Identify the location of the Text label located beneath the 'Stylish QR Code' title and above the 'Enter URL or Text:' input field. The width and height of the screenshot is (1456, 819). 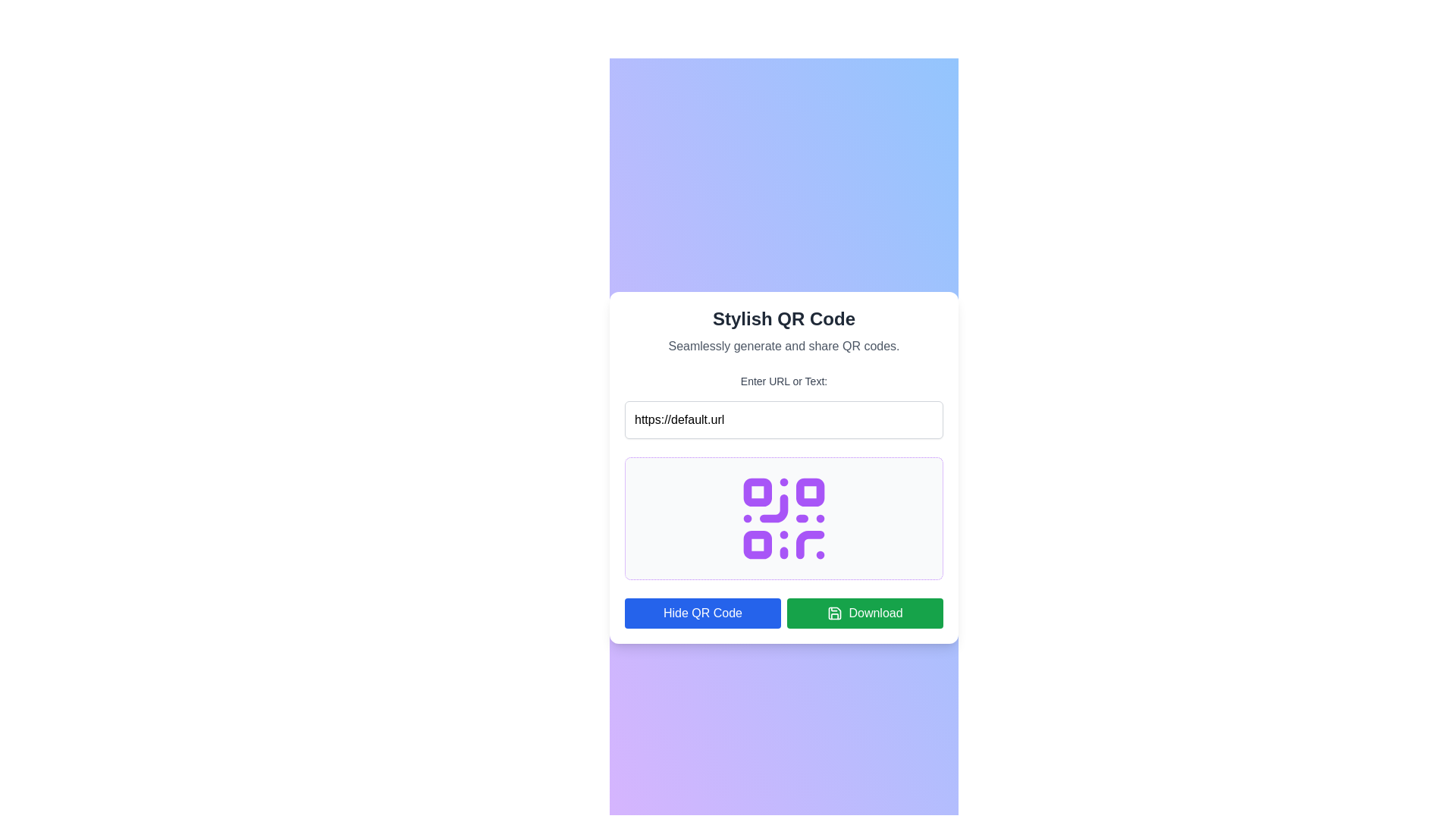
(783, 346).